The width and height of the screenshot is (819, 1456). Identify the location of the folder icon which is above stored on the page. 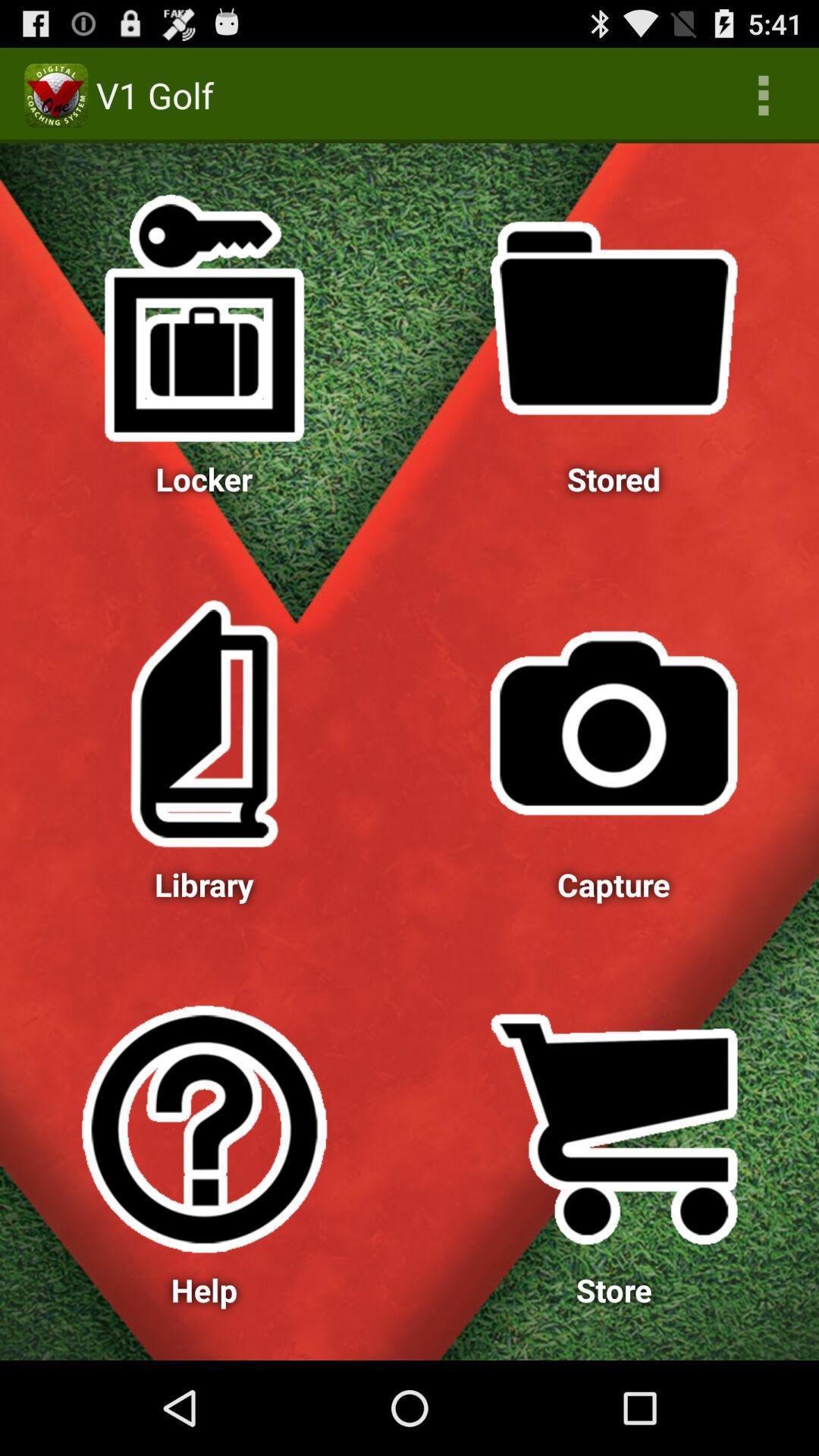
(614, 318).